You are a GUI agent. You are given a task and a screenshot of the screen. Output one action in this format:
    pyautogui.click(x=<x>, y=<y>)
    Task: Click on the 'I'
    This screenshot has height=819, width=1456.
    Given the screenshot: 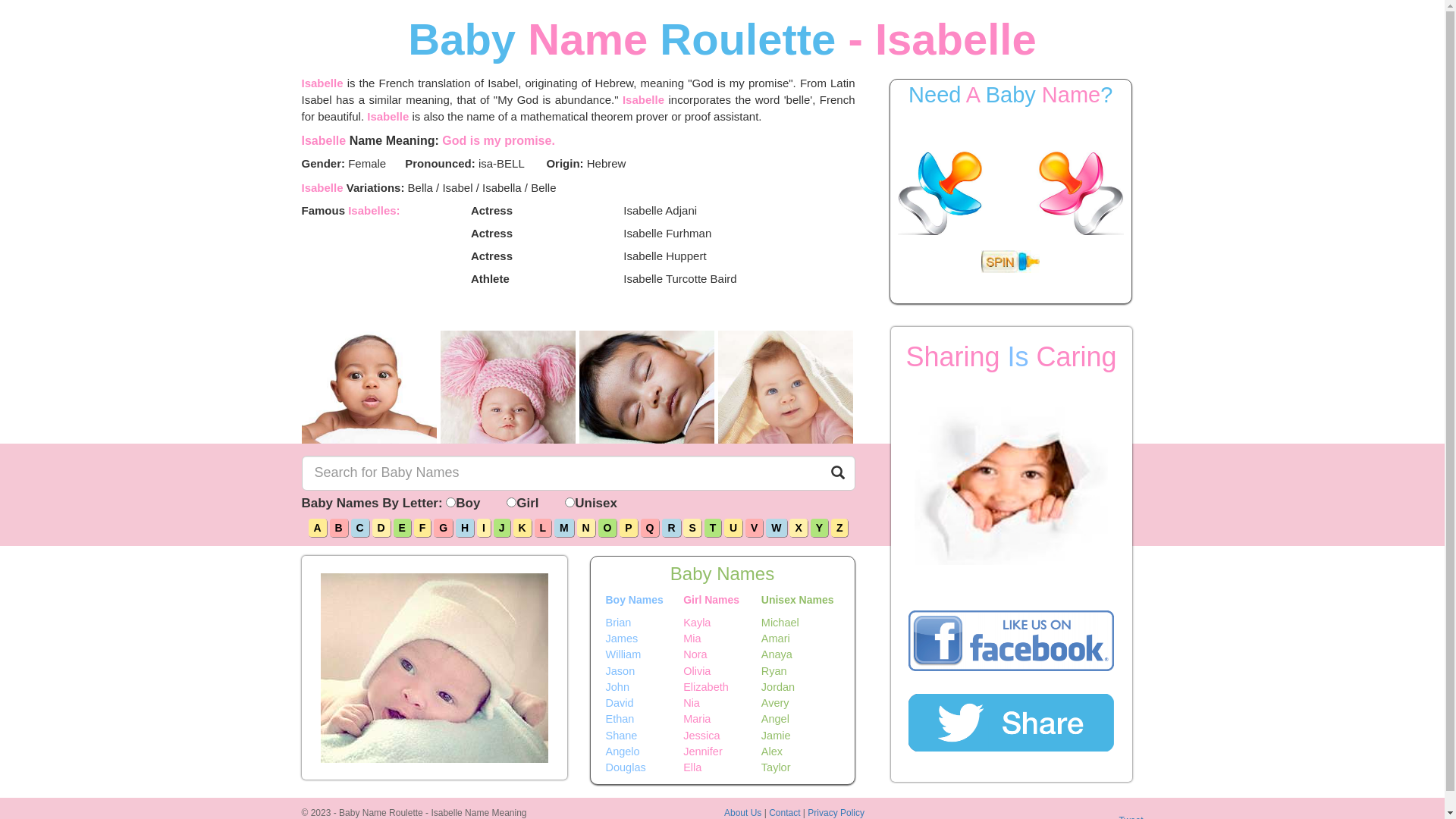 What is the action you would take?
    pyautogui.click(x=483, y=526)
    